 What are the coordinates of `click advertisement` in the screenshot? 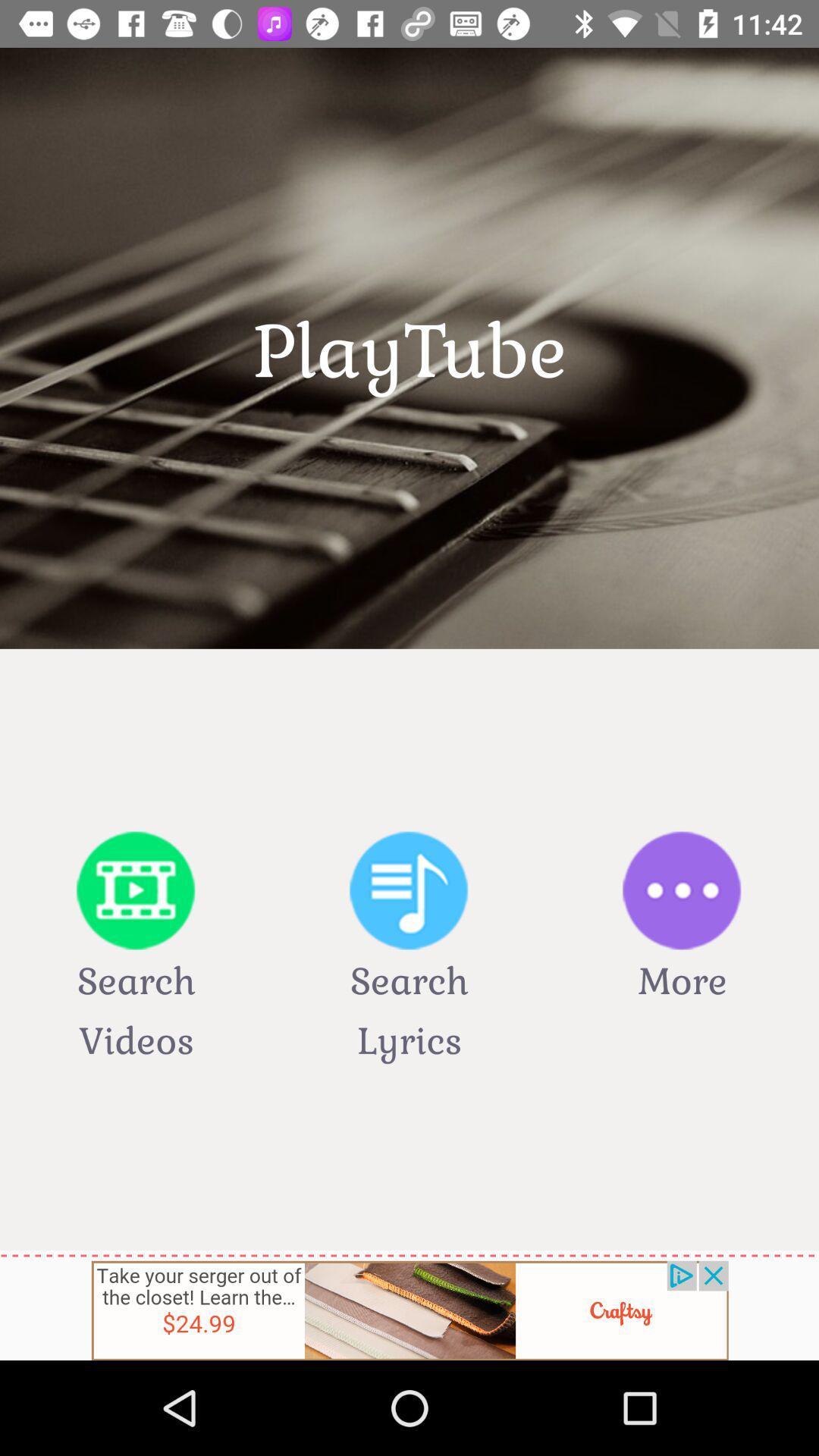 It's located at (409, 1310).